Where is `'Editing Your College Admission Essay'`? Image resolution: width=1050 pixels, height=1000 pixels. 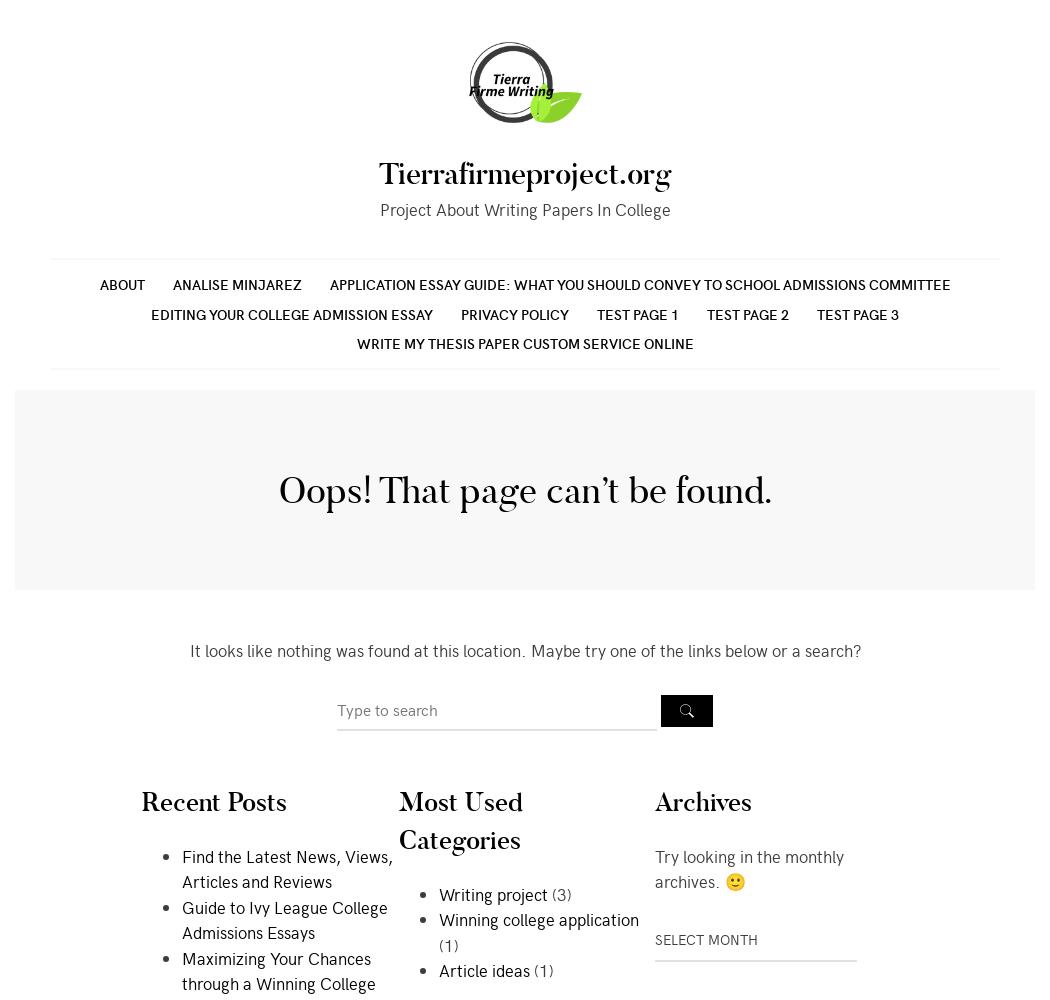 'Editing Your College Admission Essay' is located at coordinates (291, 312).